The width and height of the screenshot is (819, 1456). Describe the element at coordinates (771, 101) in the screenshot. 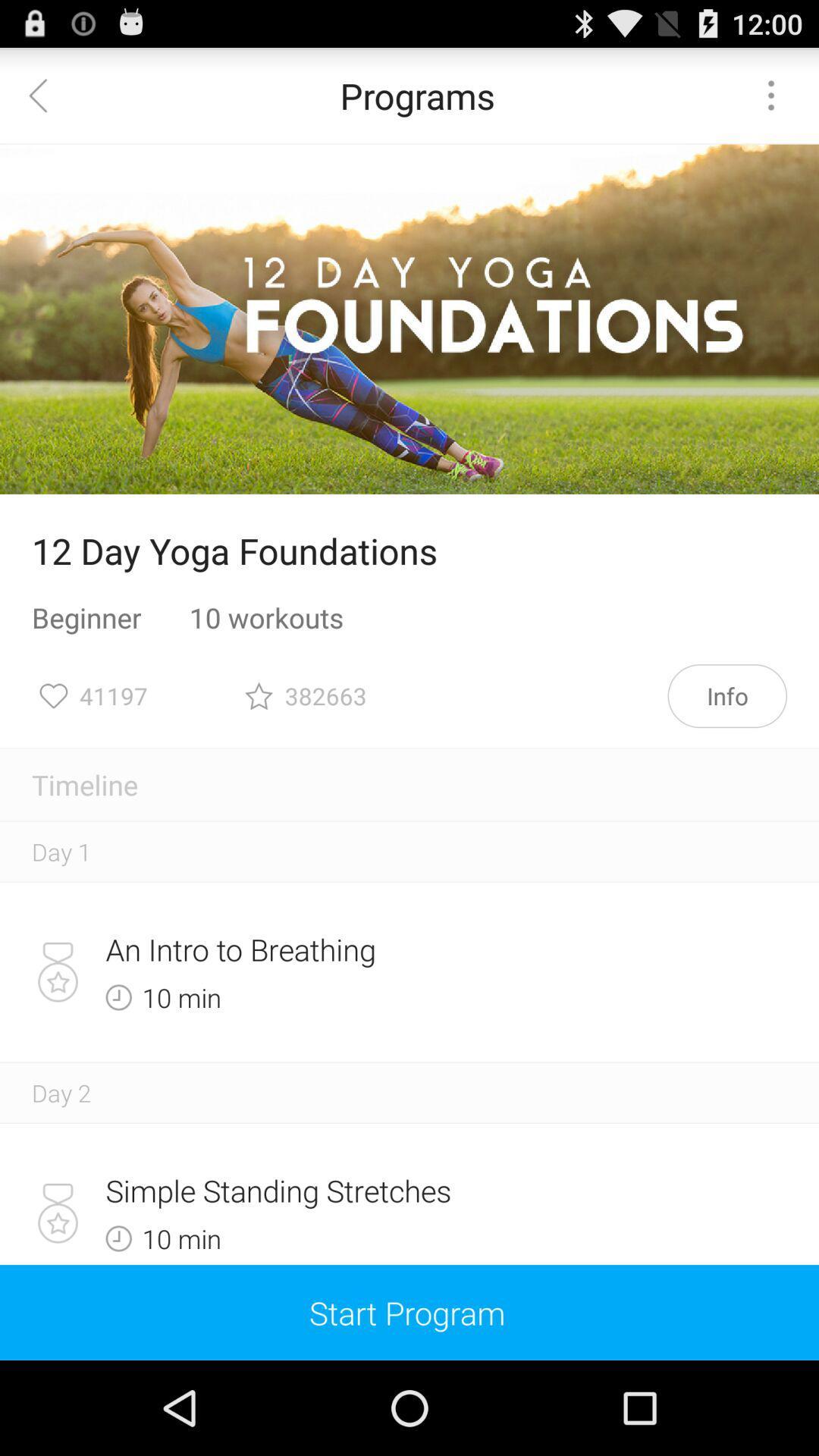

I see `the more icon` at that location.